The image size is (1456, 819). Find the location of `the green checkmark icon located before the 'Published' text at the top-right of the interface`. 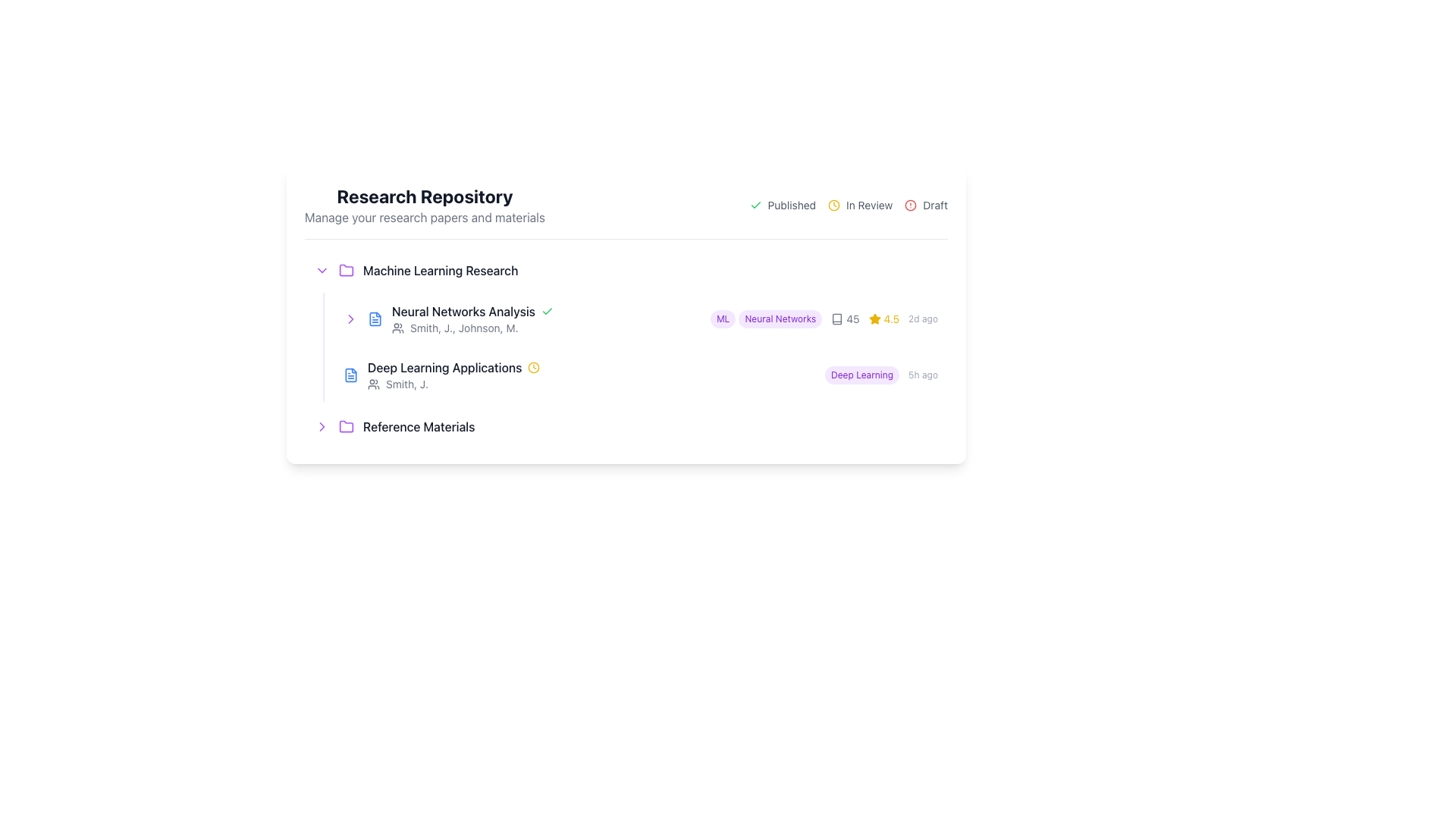

the green checkmark icon located before the 'Published' text at the top-right of the interface is located at coordinates (755, 205).